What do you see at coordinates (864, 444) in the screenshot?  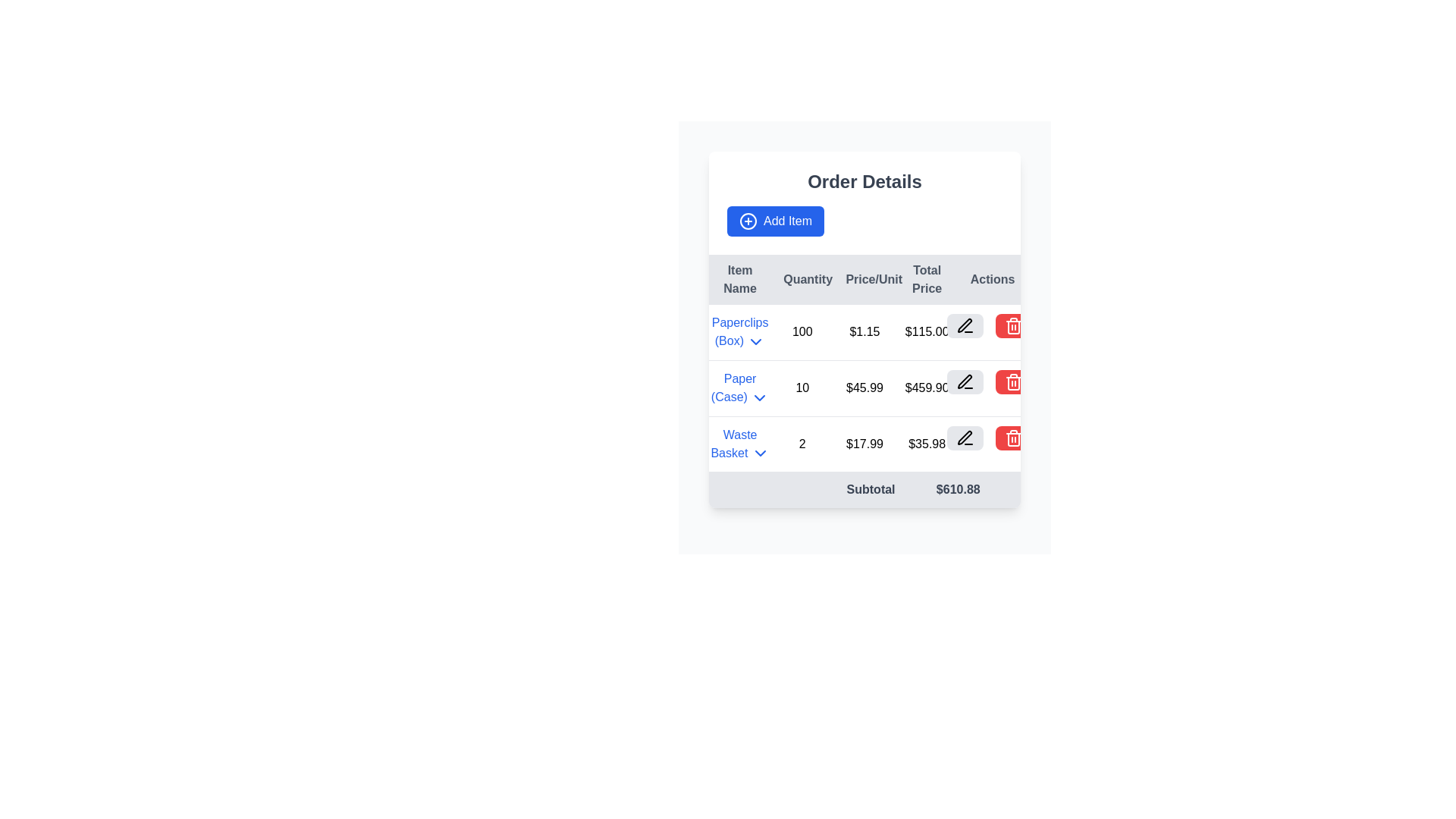 I see `the Text Label element displaying the price '$17.99' in the 'Price/Unit' column of the third row for the item 'Waste Basket'` at bounding box center [864, 444].